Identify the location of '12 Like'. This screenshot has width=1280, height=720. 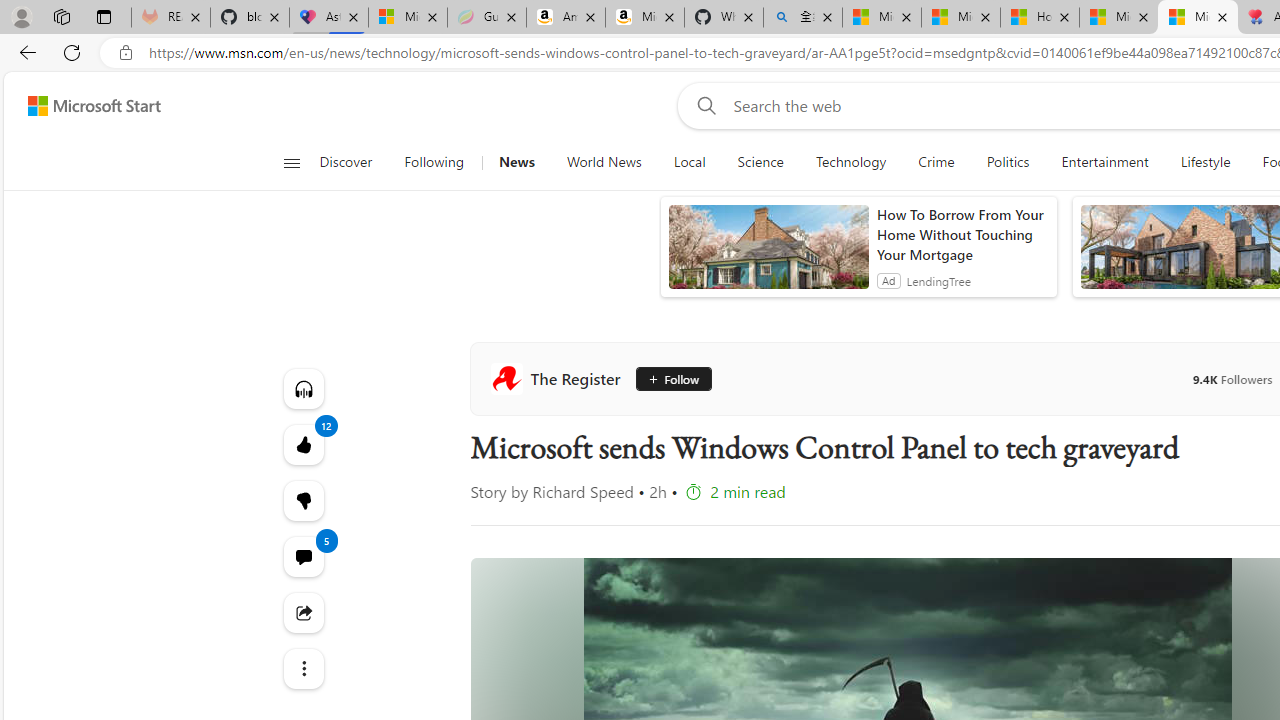
(302, 443).